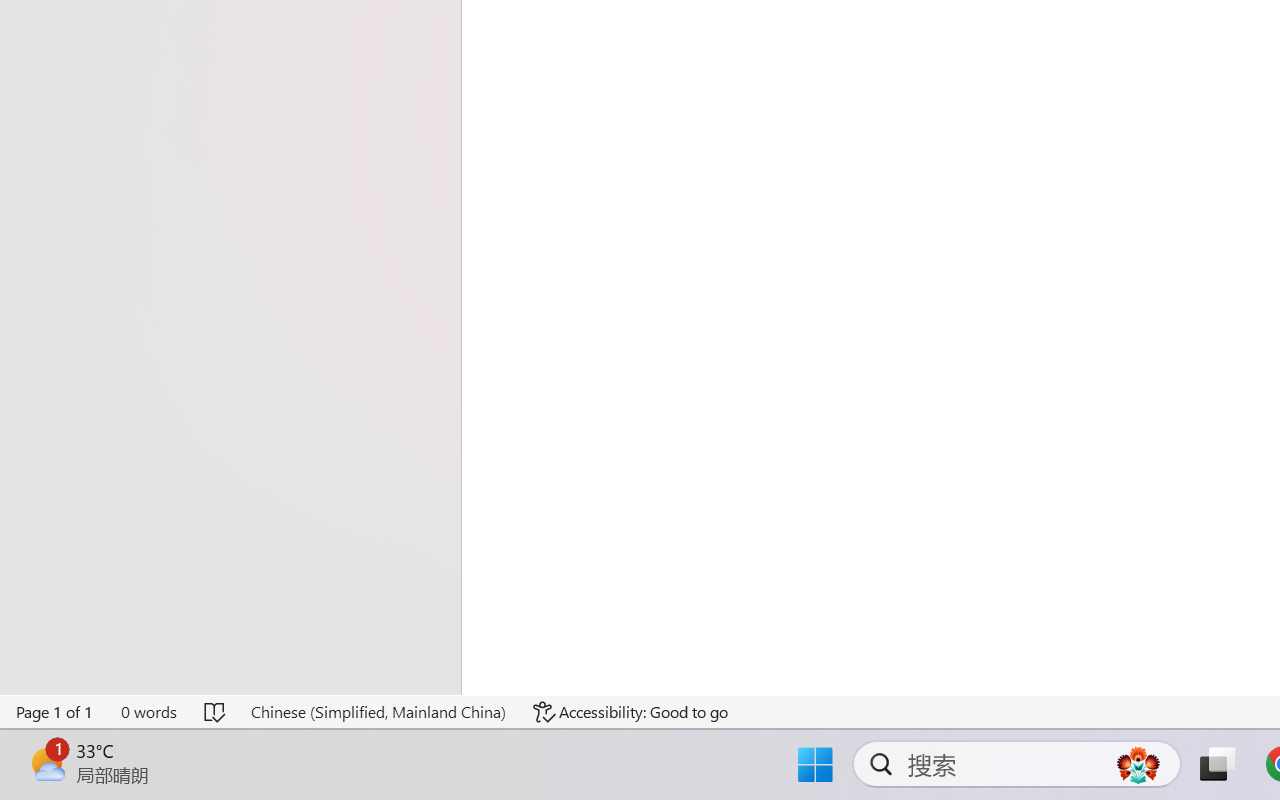 Image resolution: width=1280 pixels, height=800 pixels. Describe the element at coordinates (378, 711) in the screenshot. I see `'Language Chinese (Simplified, Mainland China)'` at that location.